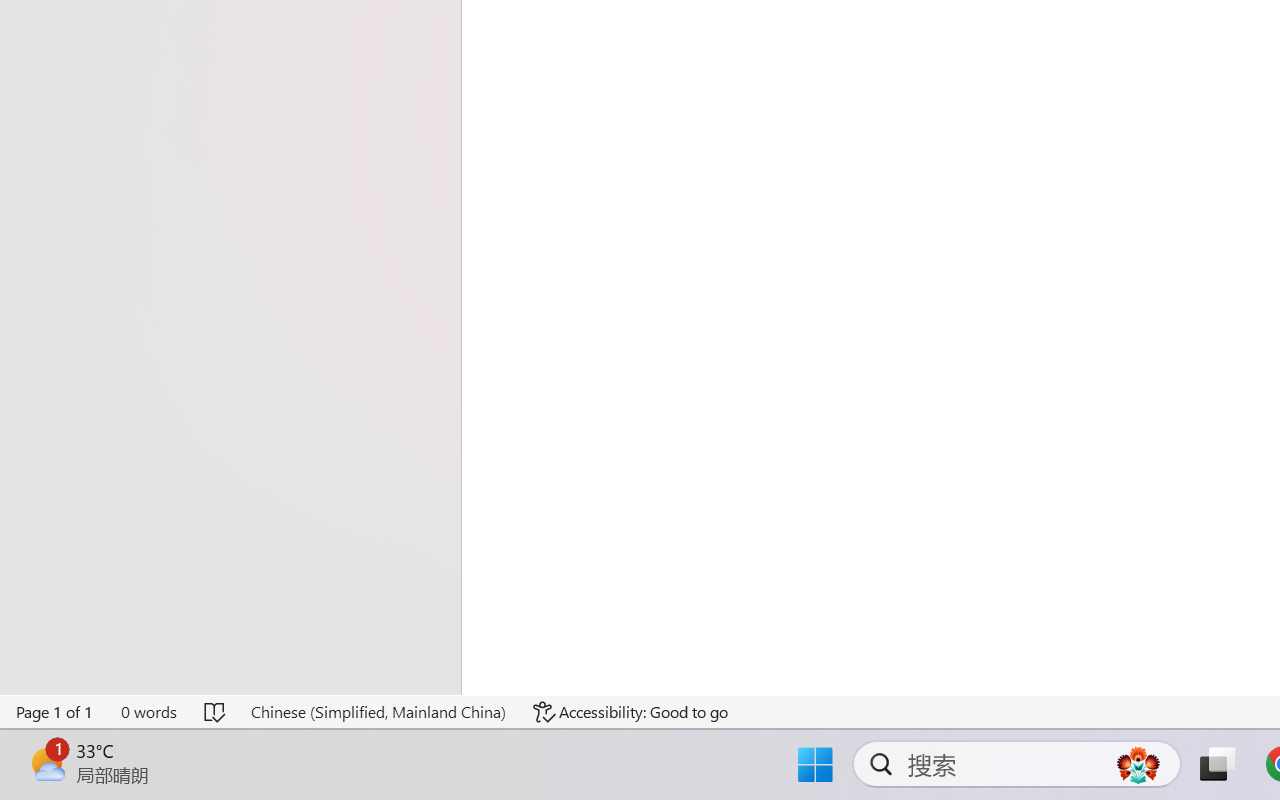 Image resolution: width=1280 pixels, height=800 pixels. Describe the element at coordinates (378, 711) in the screenshot. I see `'Language Chinese (Simplified, Mainland China)'` at that location.